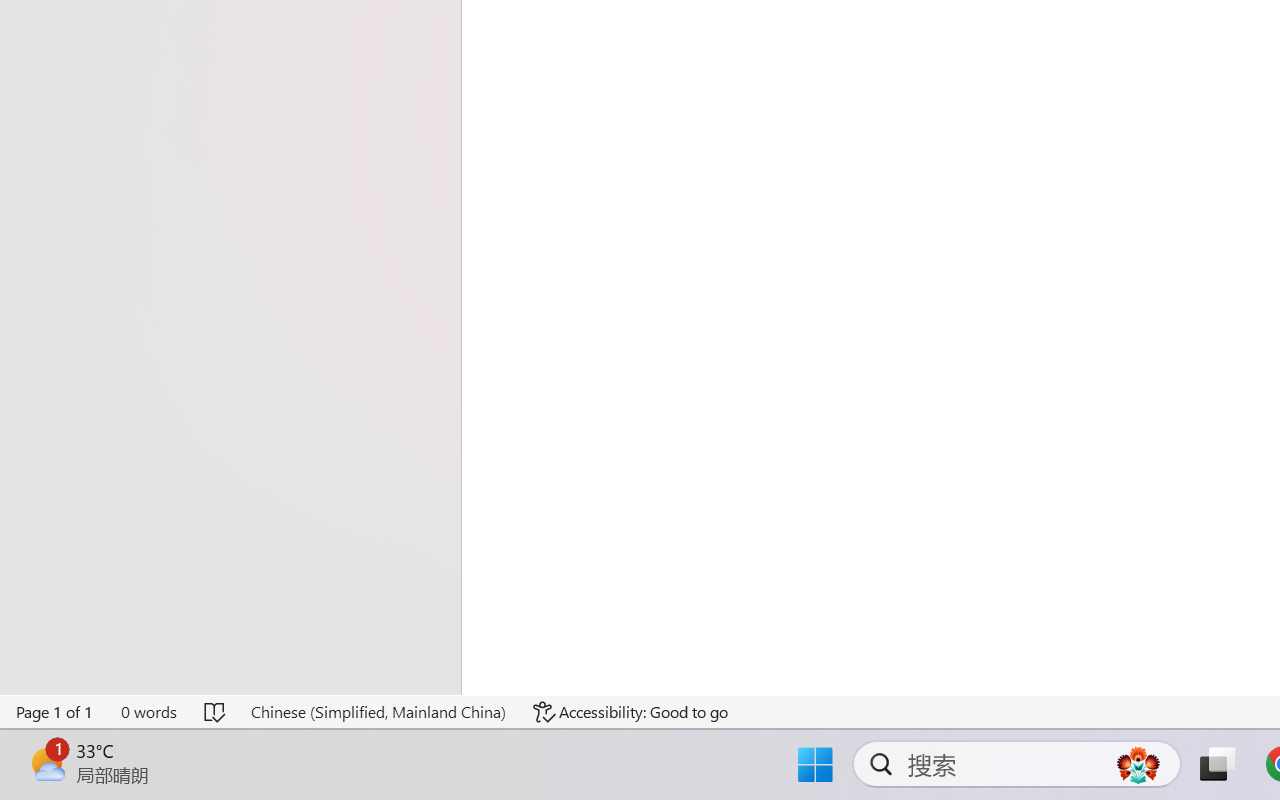 Image resolution: width=1280 pixels, height=800 pixels. Describe the element at coordinates (378, 711) in the screenshot. I see `'Language Chinese (Simplified, Mainland China)'` at that location.